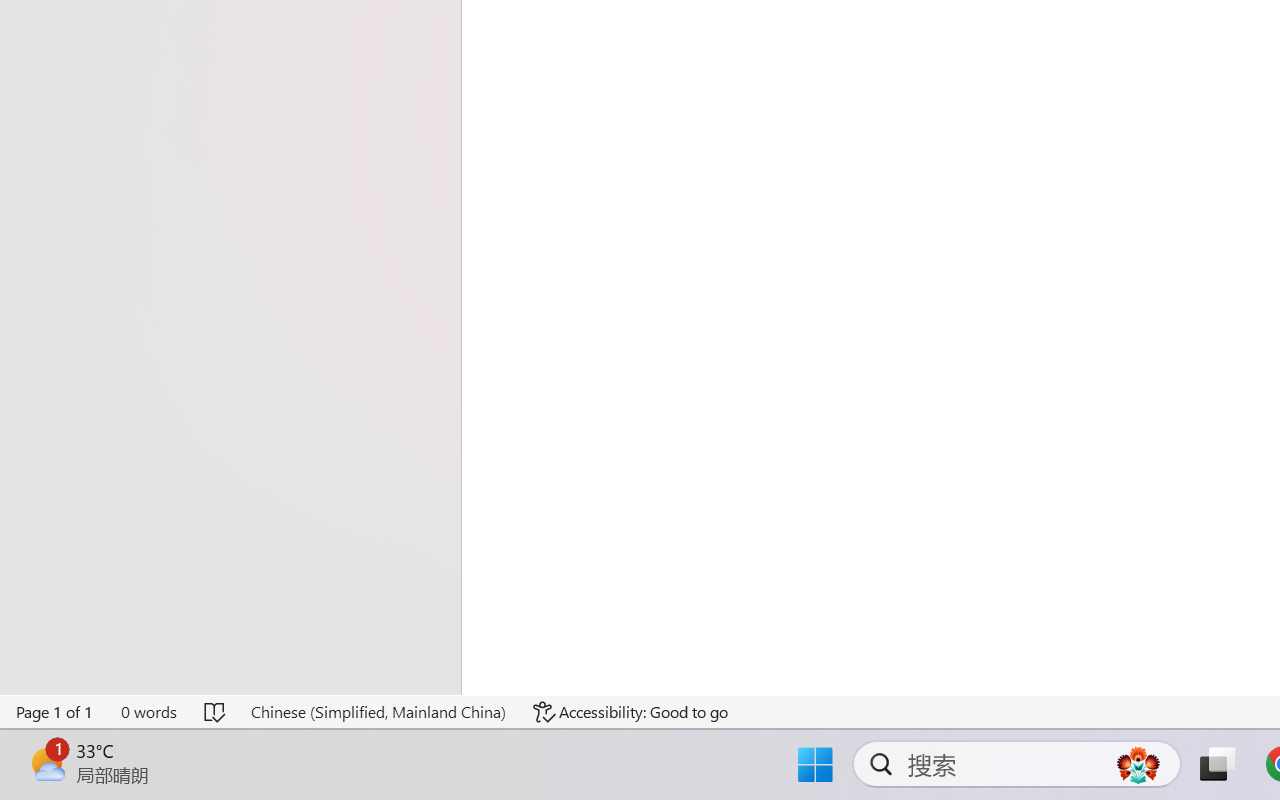 Image resolution: width=1280 pixels, height=800 pixels. Describe the element at coordinates (378, 711) in the screenshot. I see `'Language Chinese (Simplified, Mainland China)'` at that location.